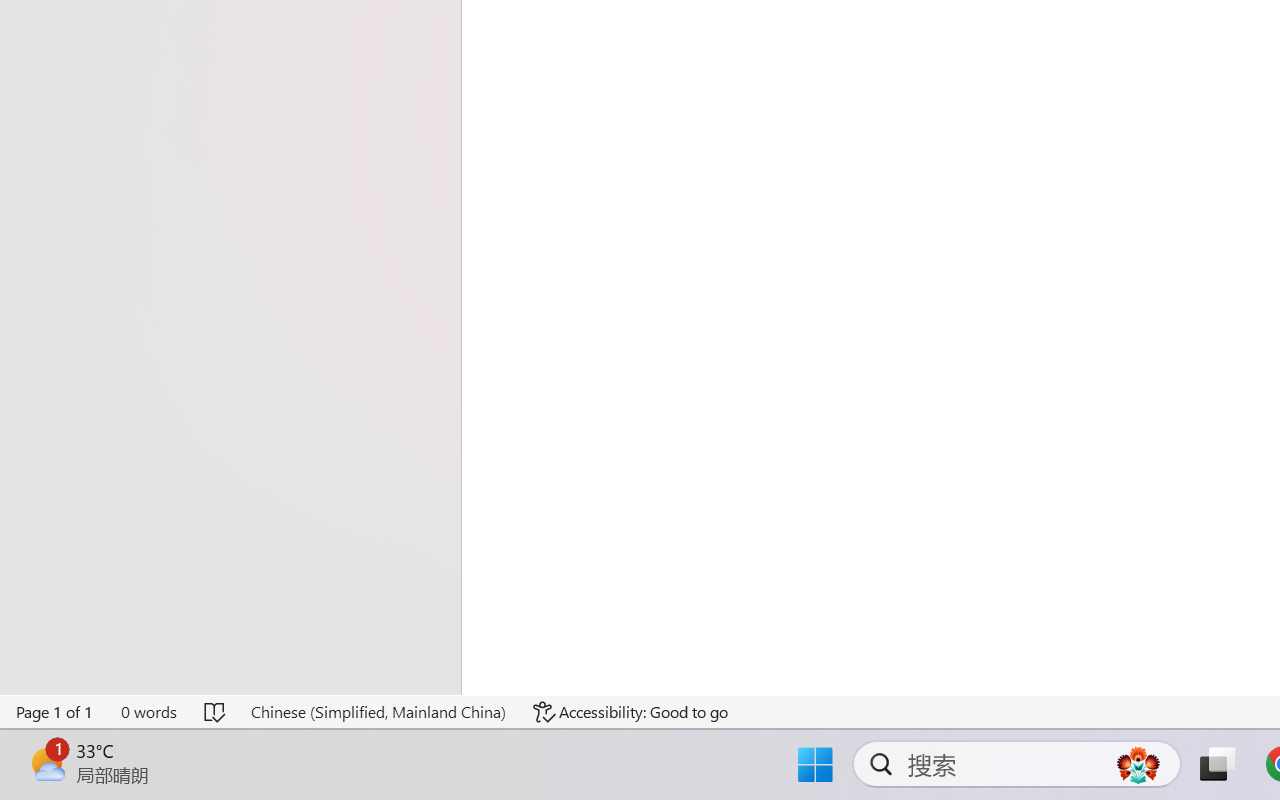 Image resolution: width=1280 pixels, height=800 pixels. Describe the element at coordinates (378, 711) in the screenshot. I see `'Language Chinese (Simplified, Mainland China)'` at that location.